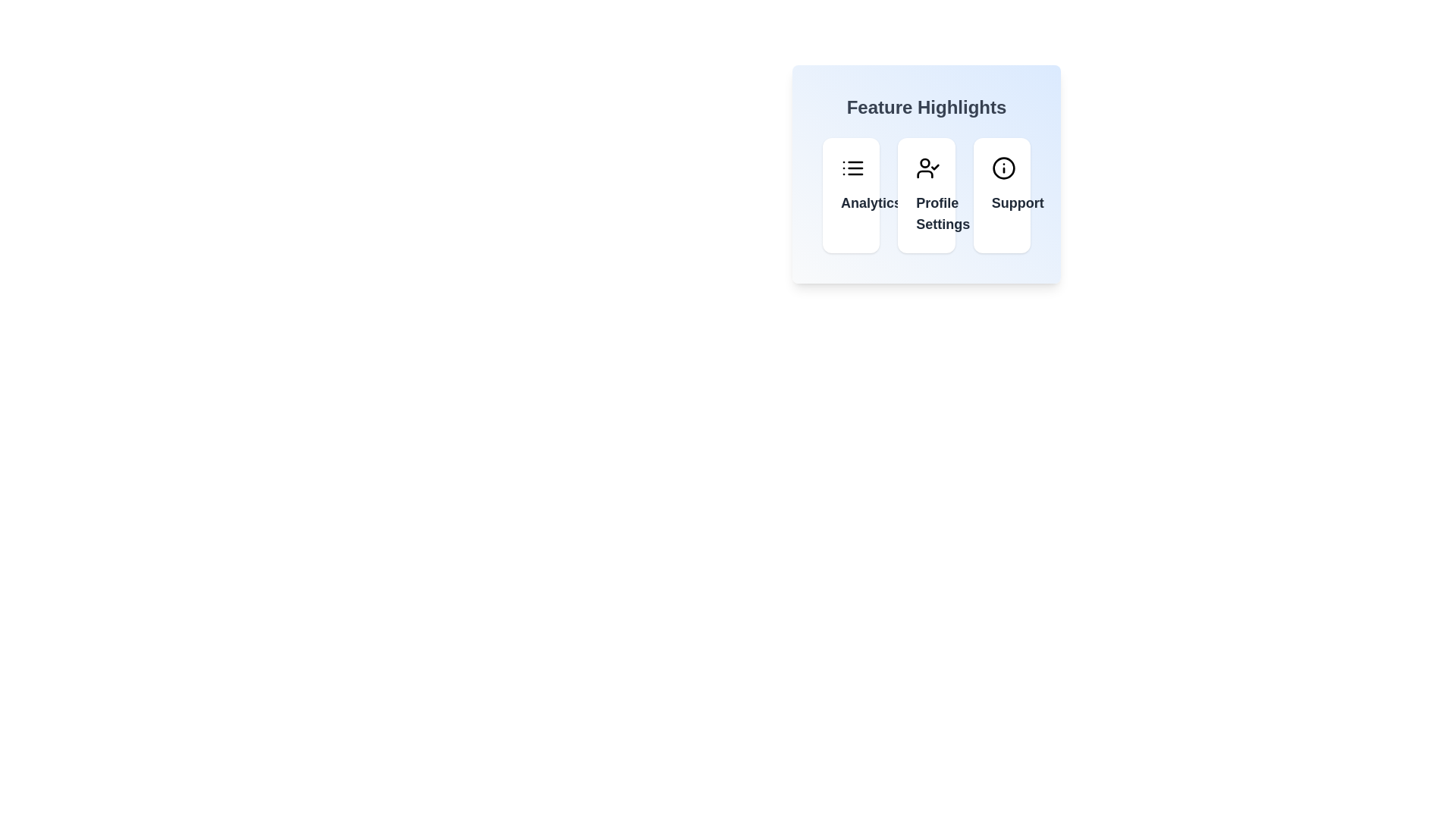 The height and width of the screenshot is (819, 1456). Describe the element at coordinates (851, 195) in the screenshot. I see `the leftmost card in the navigation section` at that location.